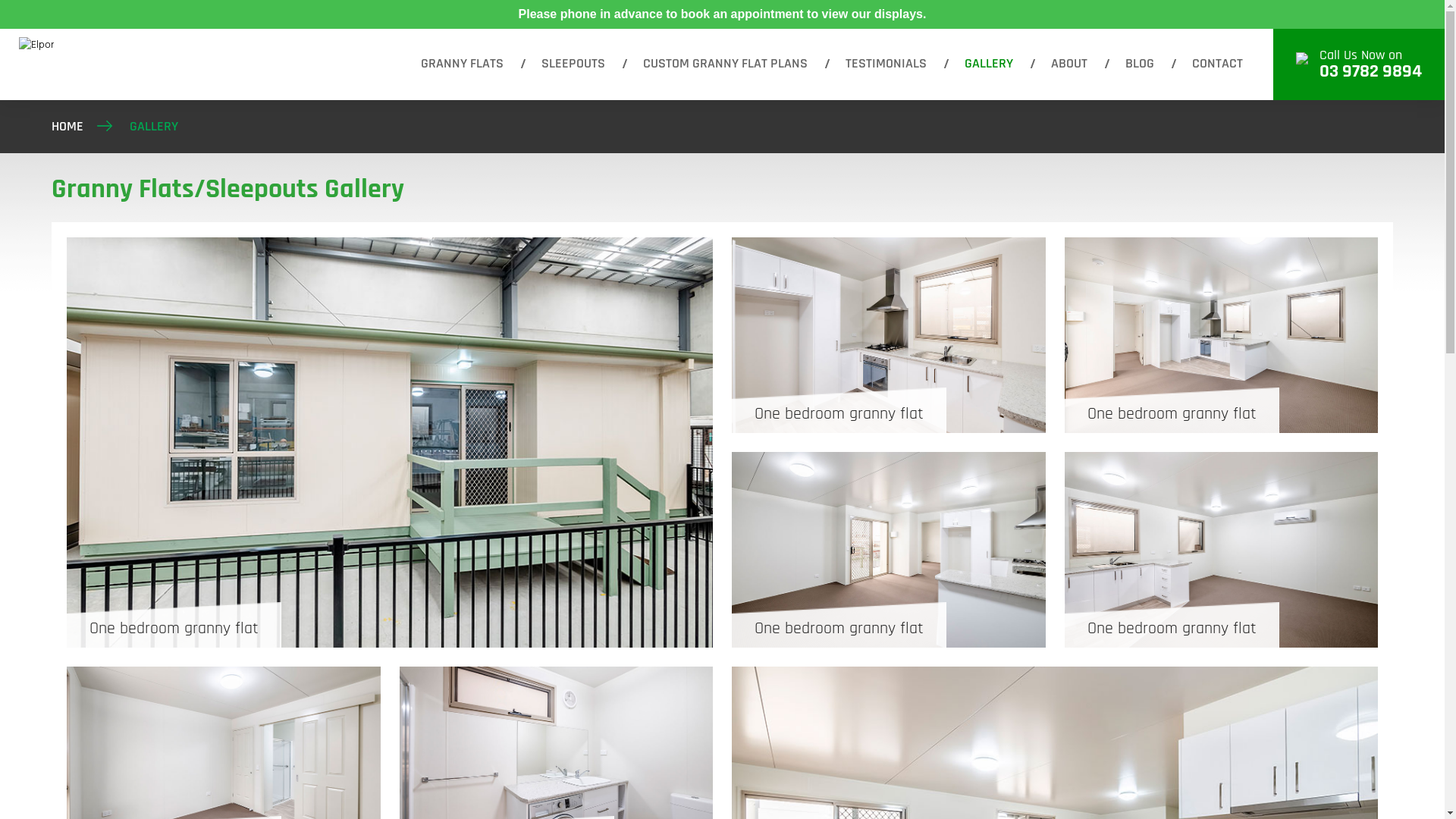  I want to click on 'GALLERY', so click(989, 63).